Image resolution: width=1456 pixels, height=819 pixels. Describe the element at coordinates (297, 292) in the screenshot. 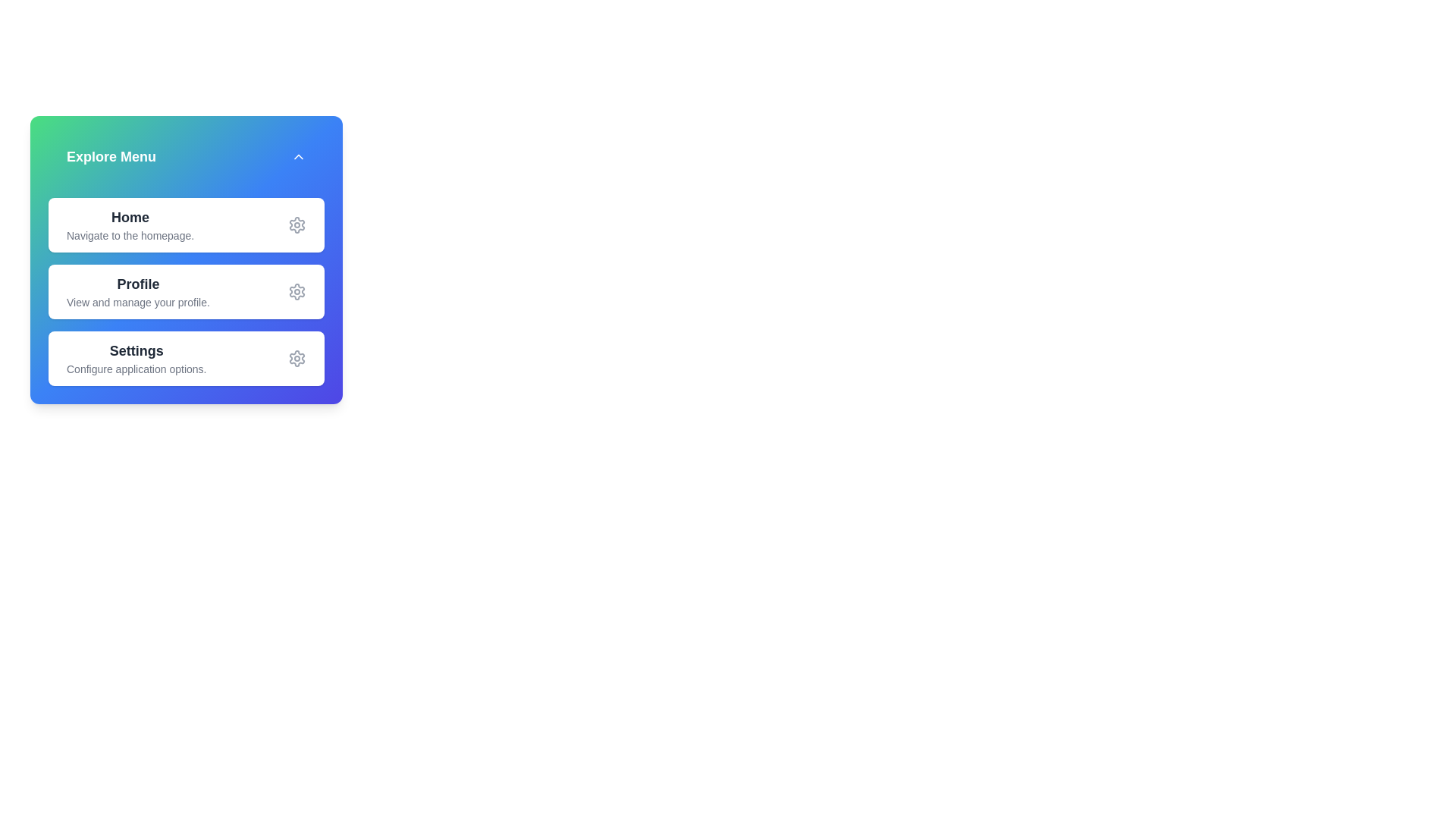

I see `the settings icon for the menu item Profile` at that location.